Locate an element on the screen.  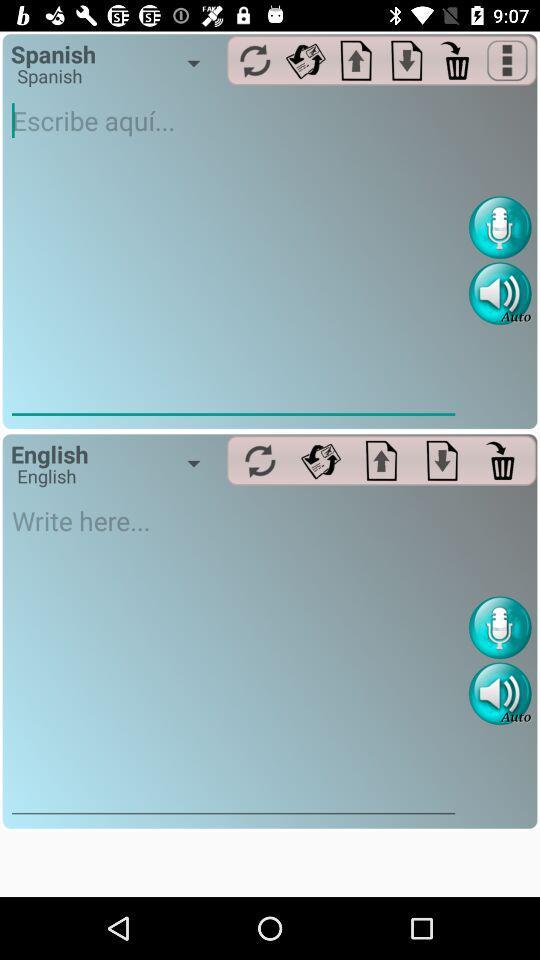
the refresh icon is located at coordinates (260, 460).